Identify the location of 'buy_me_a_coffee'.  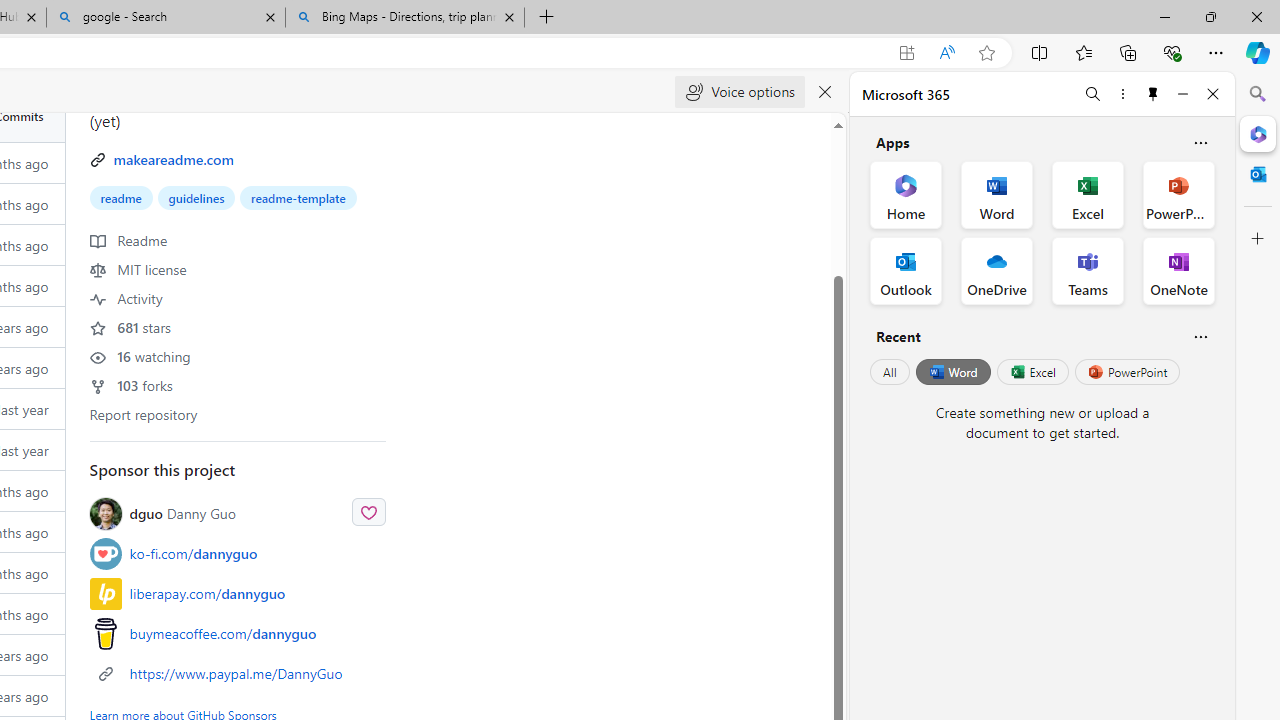
(104, 633).